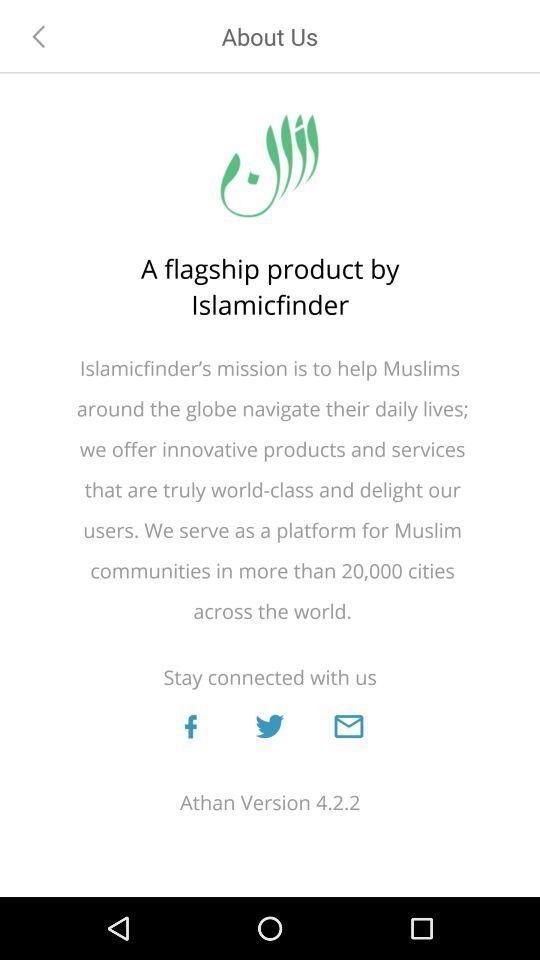 The height and width of the screenshot is (960, 540). Describe the element at coordinates (39, 35) in the screenshot. I see `the arrow_backward icon` at that location.